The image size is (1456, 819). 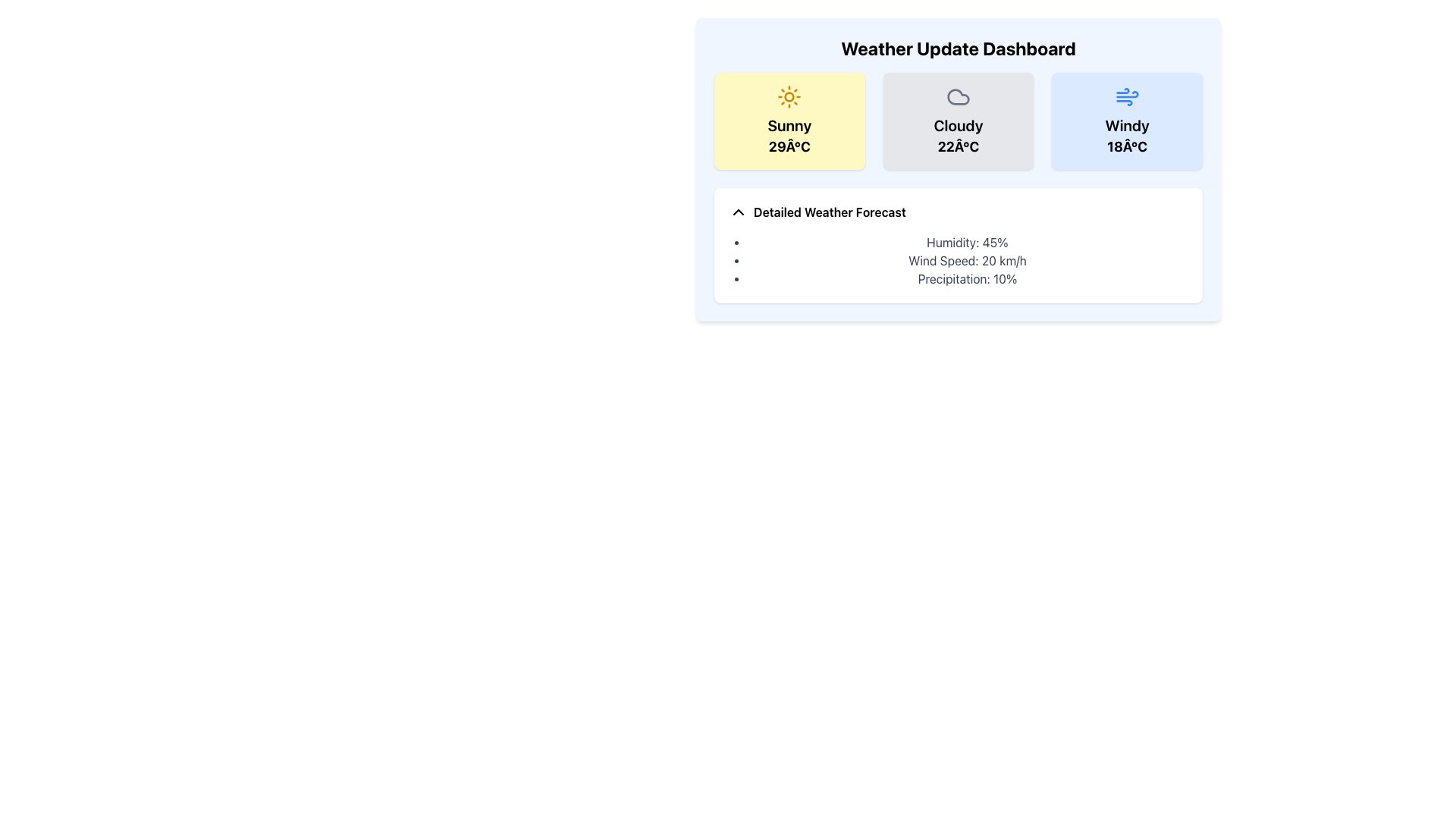 I want to click on the Text Label displaying '18Â°C' in bold font, which is located below the 'Windy' label within the third weather card on the far-right side of the 'Weather Update Dashboard', so click(x=1127, y=146).